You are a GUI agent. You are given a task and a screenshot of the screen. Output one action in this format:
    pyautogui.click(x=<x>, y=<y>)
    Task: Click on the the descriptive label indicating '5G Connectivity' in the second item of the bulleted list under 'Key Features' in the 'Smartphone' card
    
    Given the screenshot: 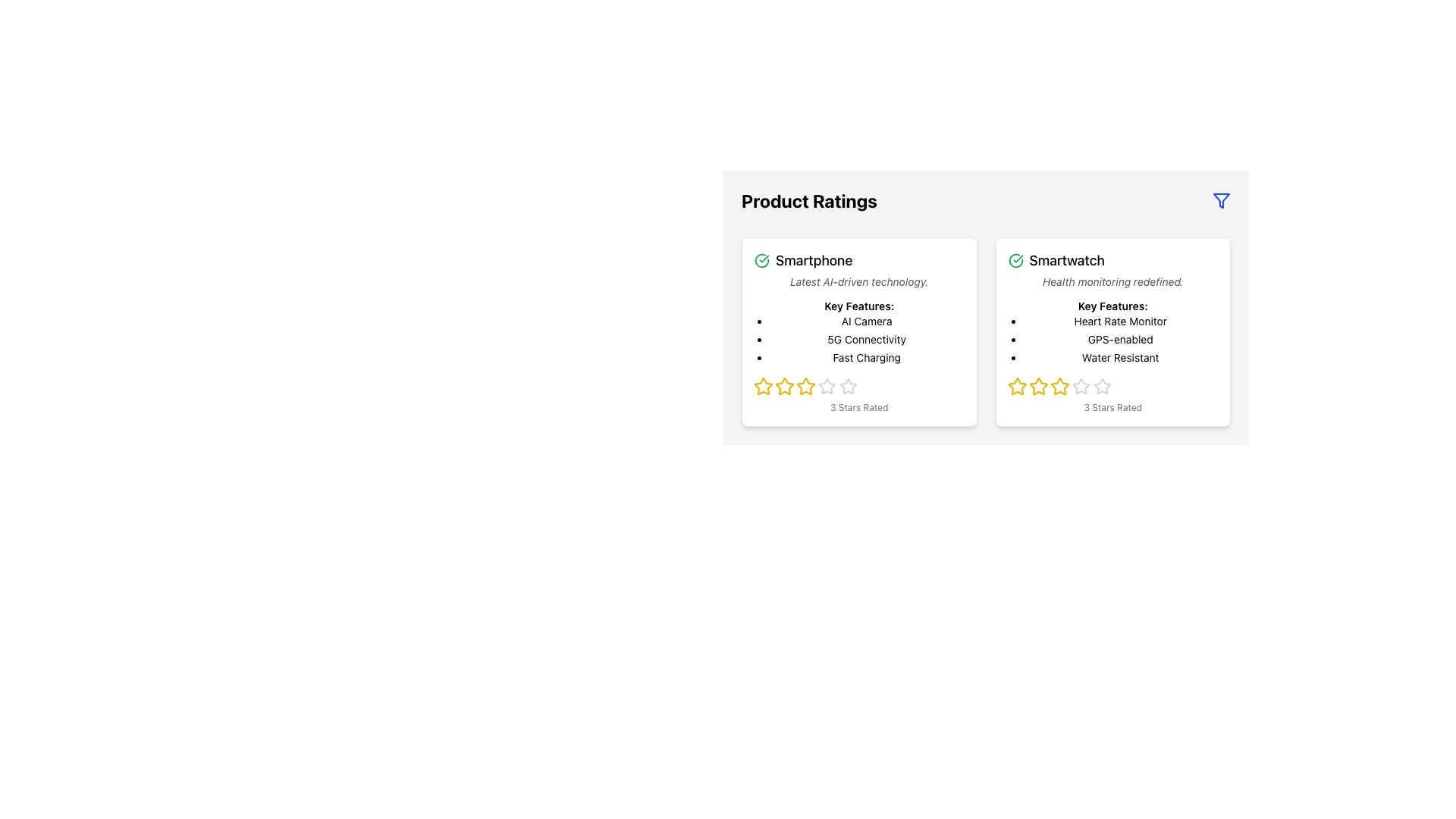 What is the action you would take?
    pyautogui.click(x=867, y=338)
    